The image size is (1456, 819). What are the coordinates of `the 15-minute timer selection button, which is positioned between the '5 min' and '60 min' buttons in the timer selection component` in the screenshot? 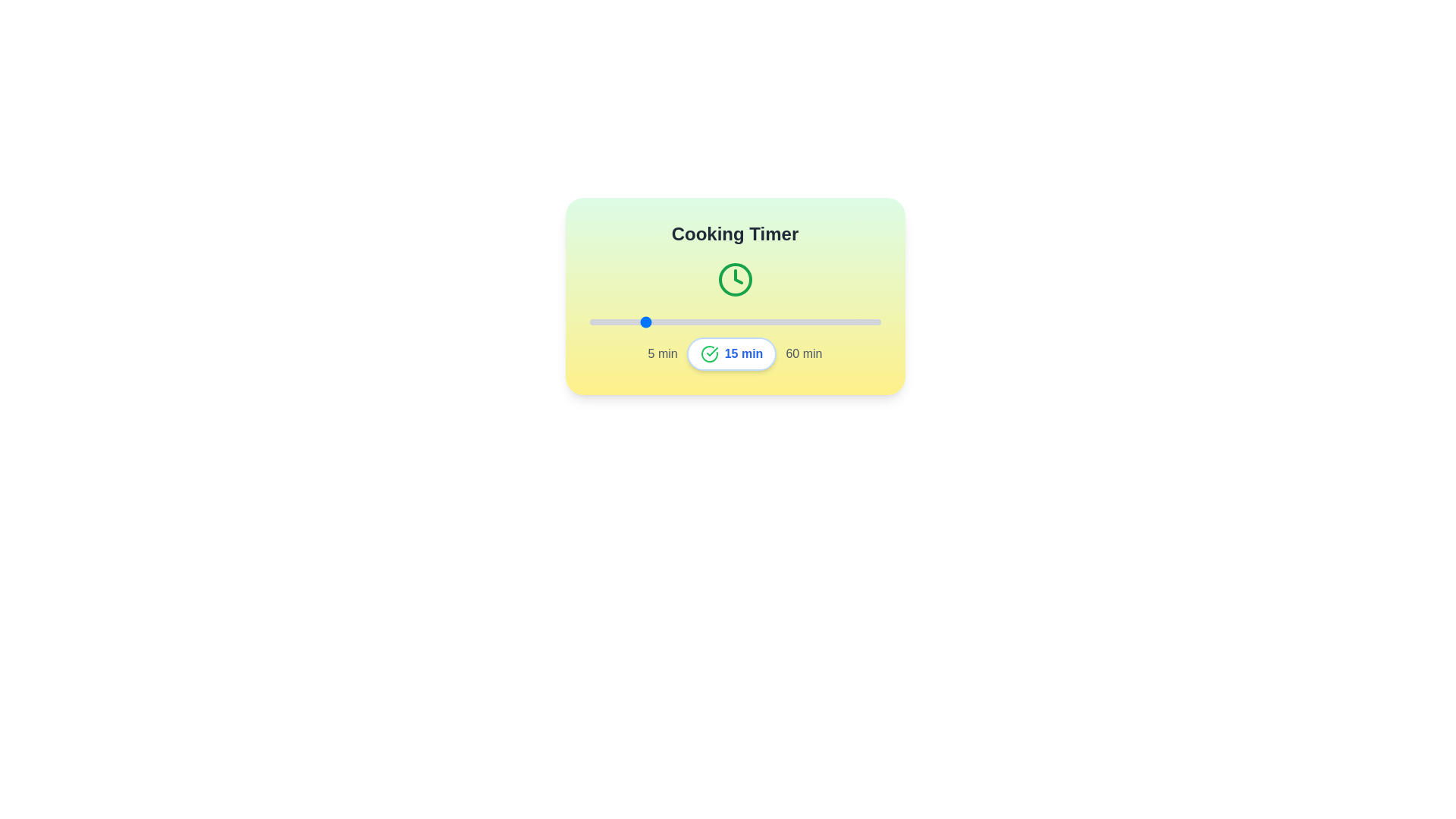 It's located at (731, 353).